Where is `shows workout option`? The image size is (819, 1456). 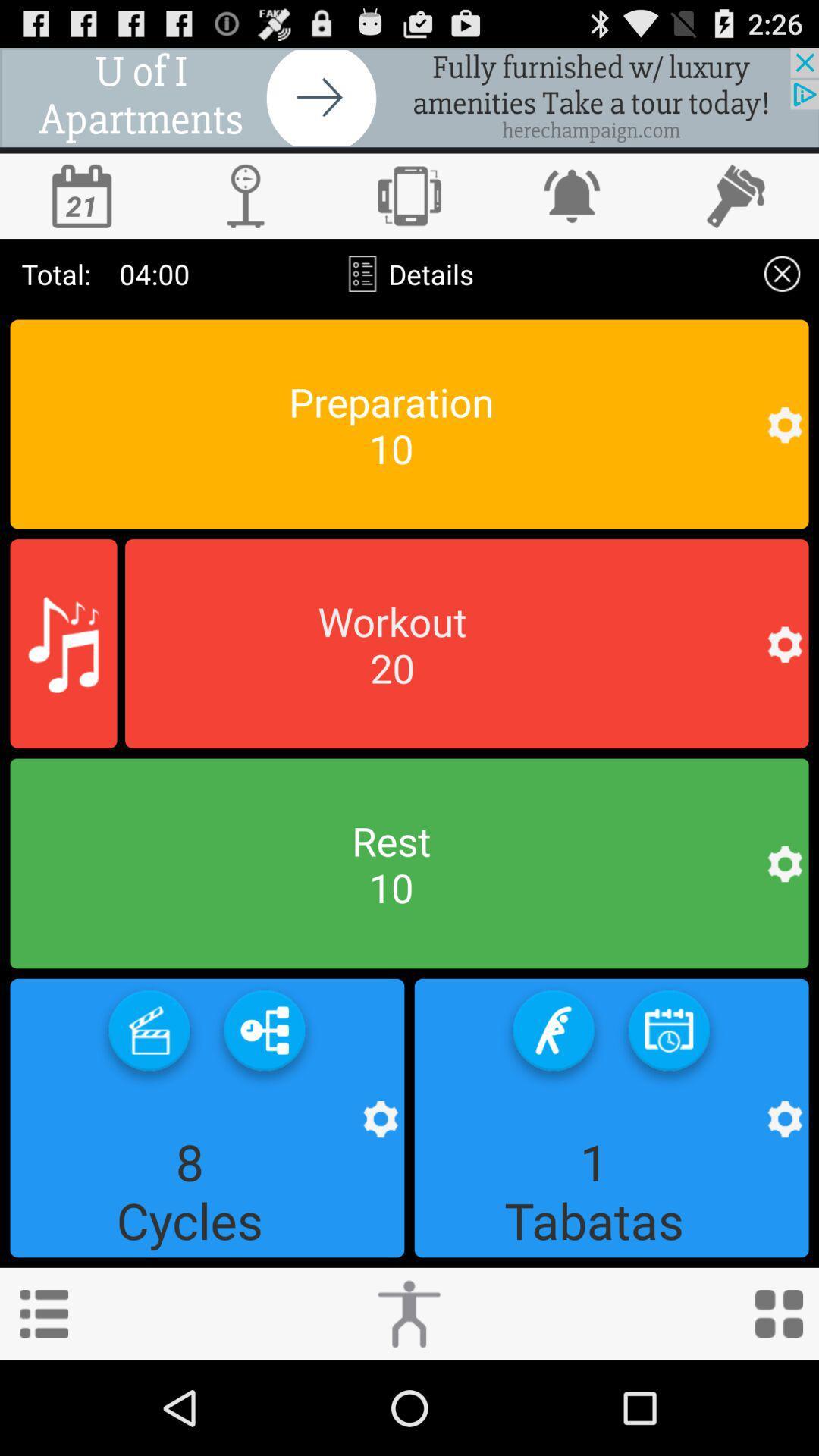
shows workout option is located at coordinates (466, 644).